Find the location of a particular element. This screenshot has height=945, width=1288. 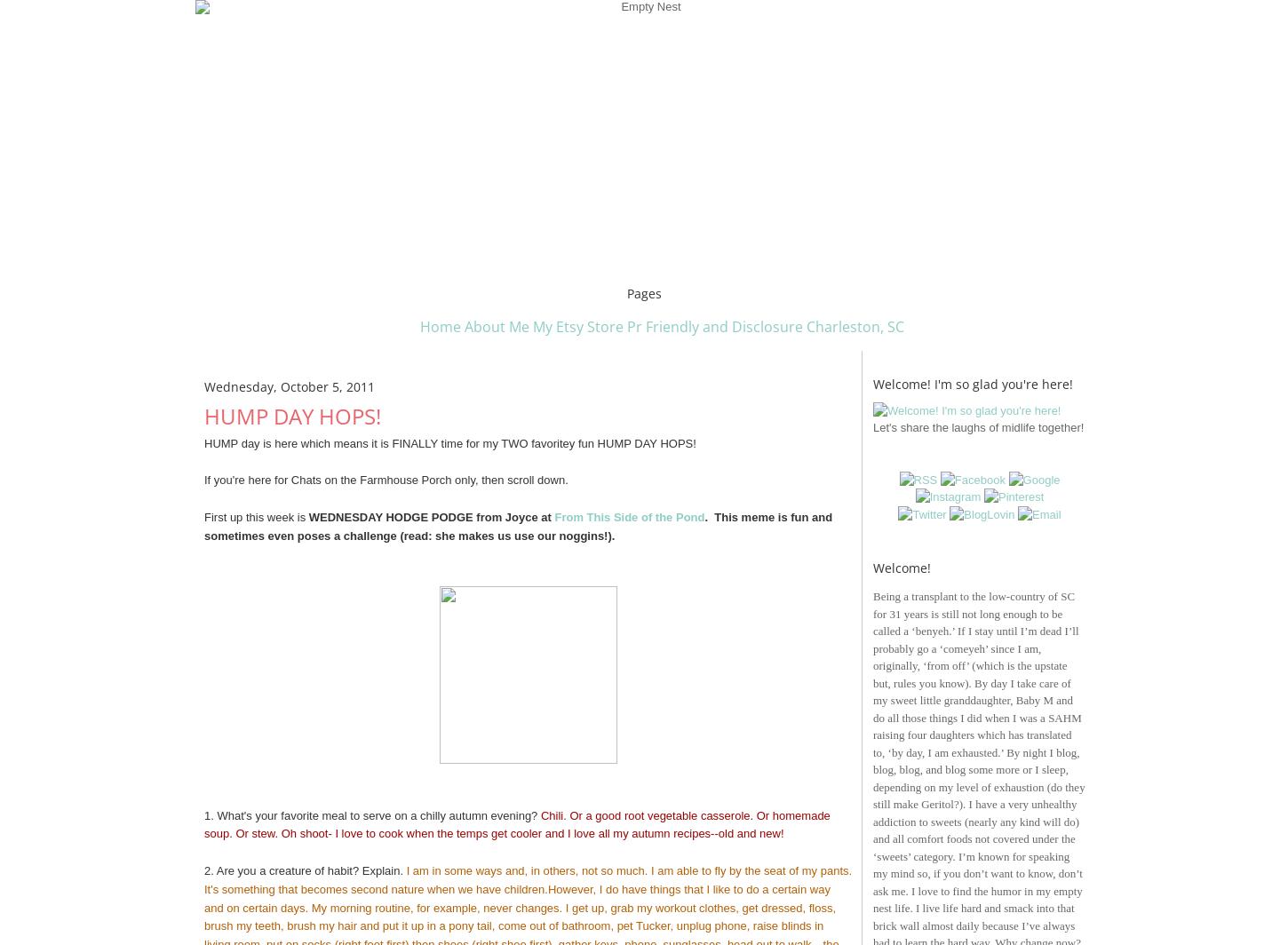

'About Me' is located at coordinates (464, 325).